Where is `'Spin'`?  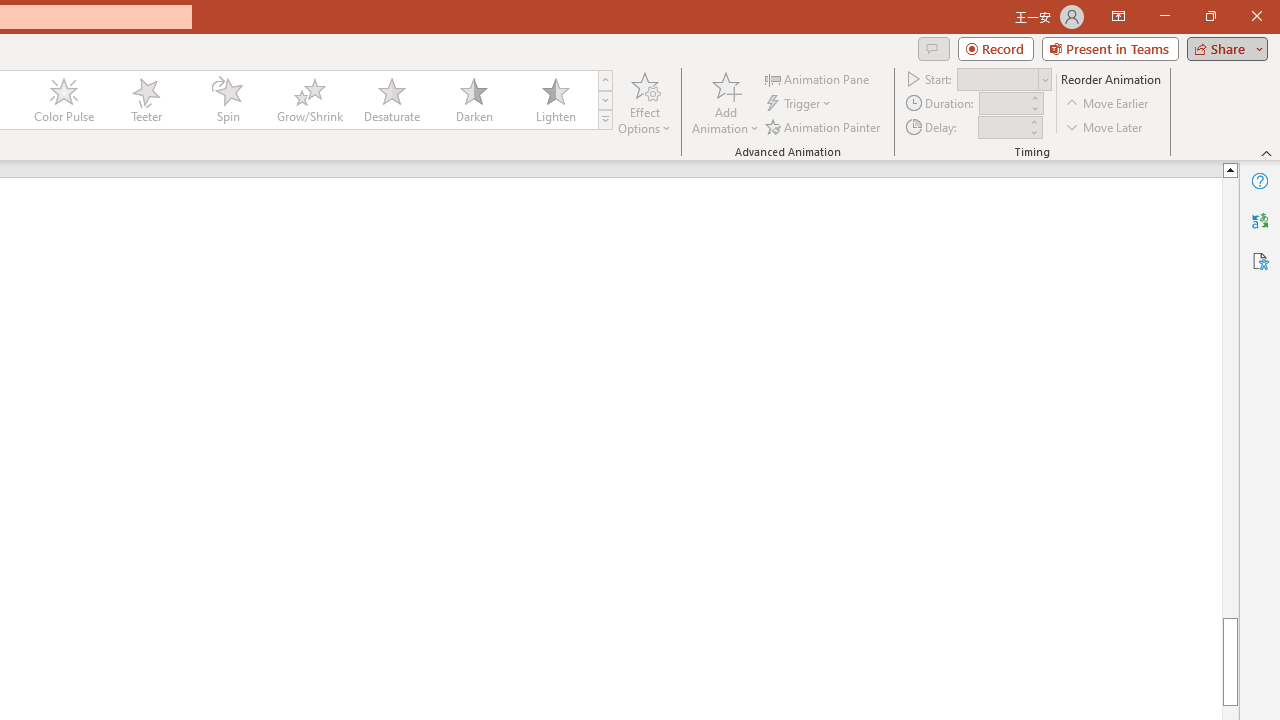
'Spin' is located at coordinates (227, 100).